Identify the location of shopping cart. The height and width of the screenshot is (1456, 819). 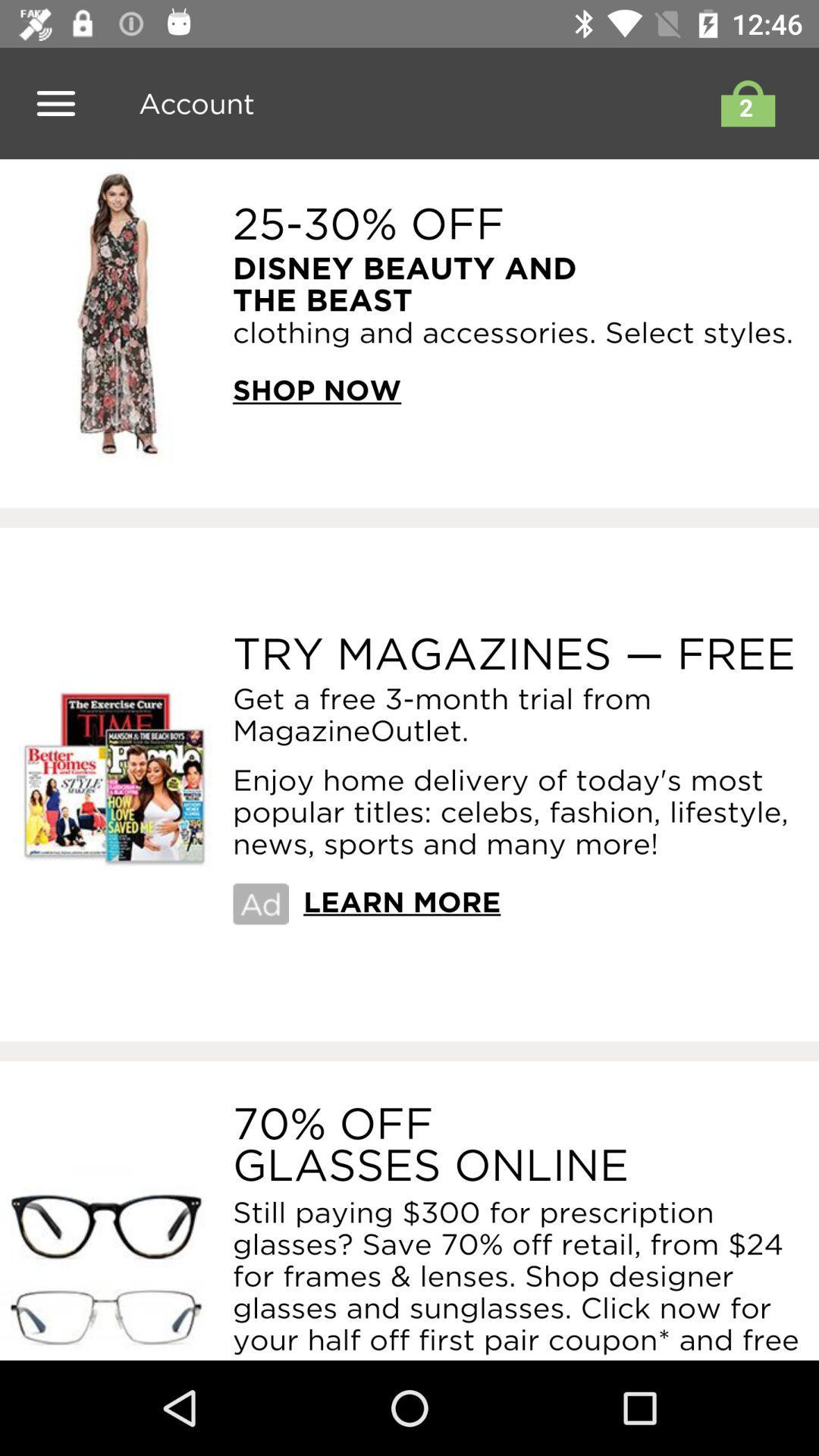
(743, 102).